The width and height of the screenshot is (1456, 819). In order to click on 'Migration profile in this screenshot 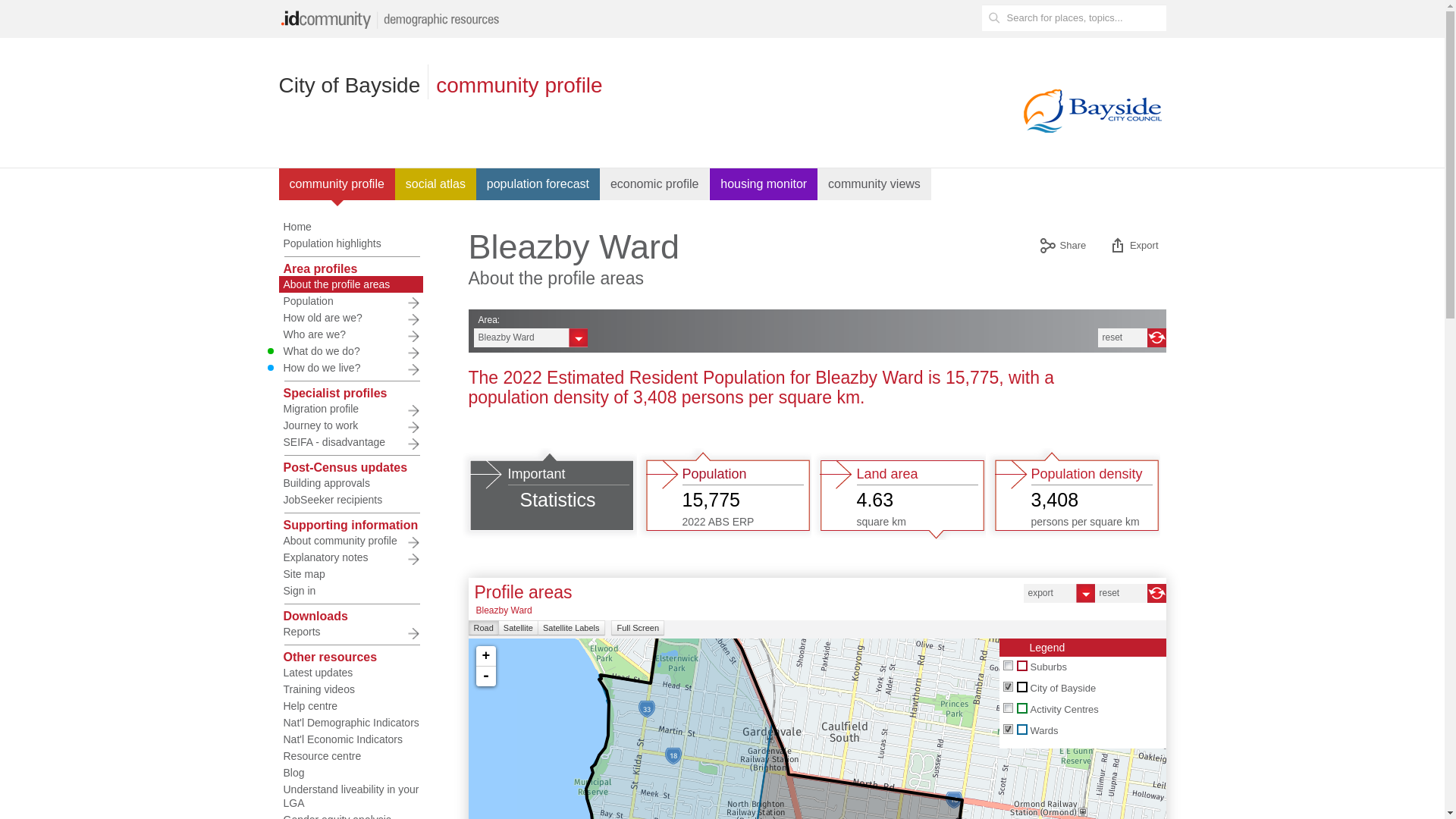, I will do `click(350, 408)`.